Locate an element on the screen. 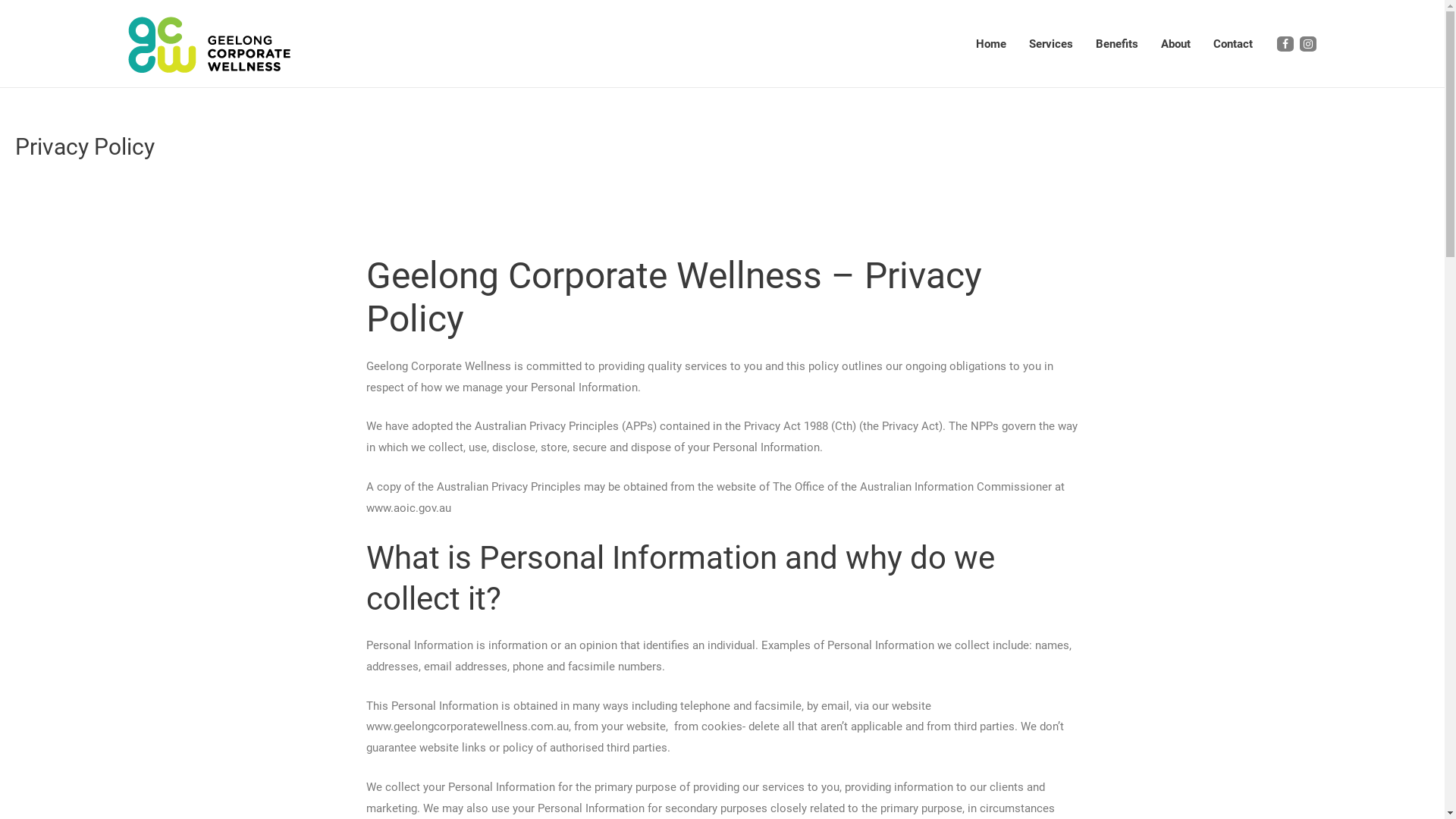 The height and width of the screenshot is (819, 1456). 'Services' is located at coordinates (1050, 42).